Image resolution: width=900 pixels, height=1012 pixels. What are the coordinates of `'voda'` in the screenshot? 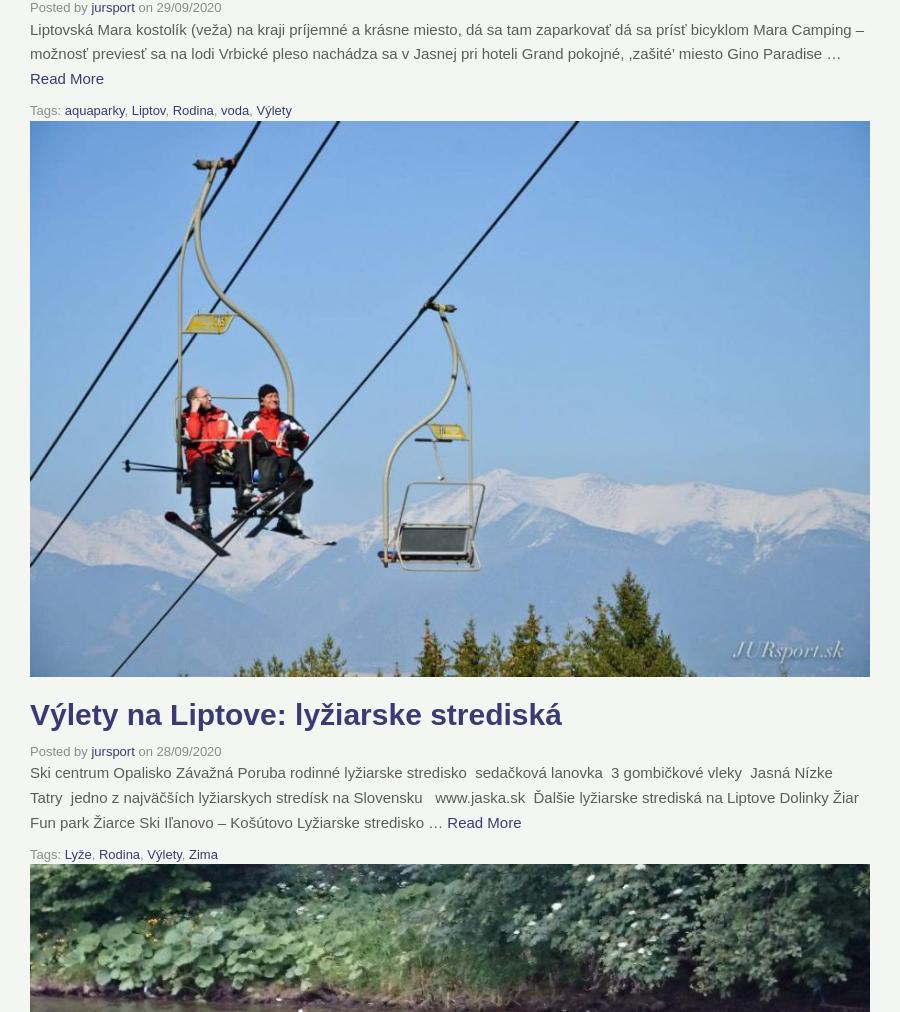 It's located at (221, 108).